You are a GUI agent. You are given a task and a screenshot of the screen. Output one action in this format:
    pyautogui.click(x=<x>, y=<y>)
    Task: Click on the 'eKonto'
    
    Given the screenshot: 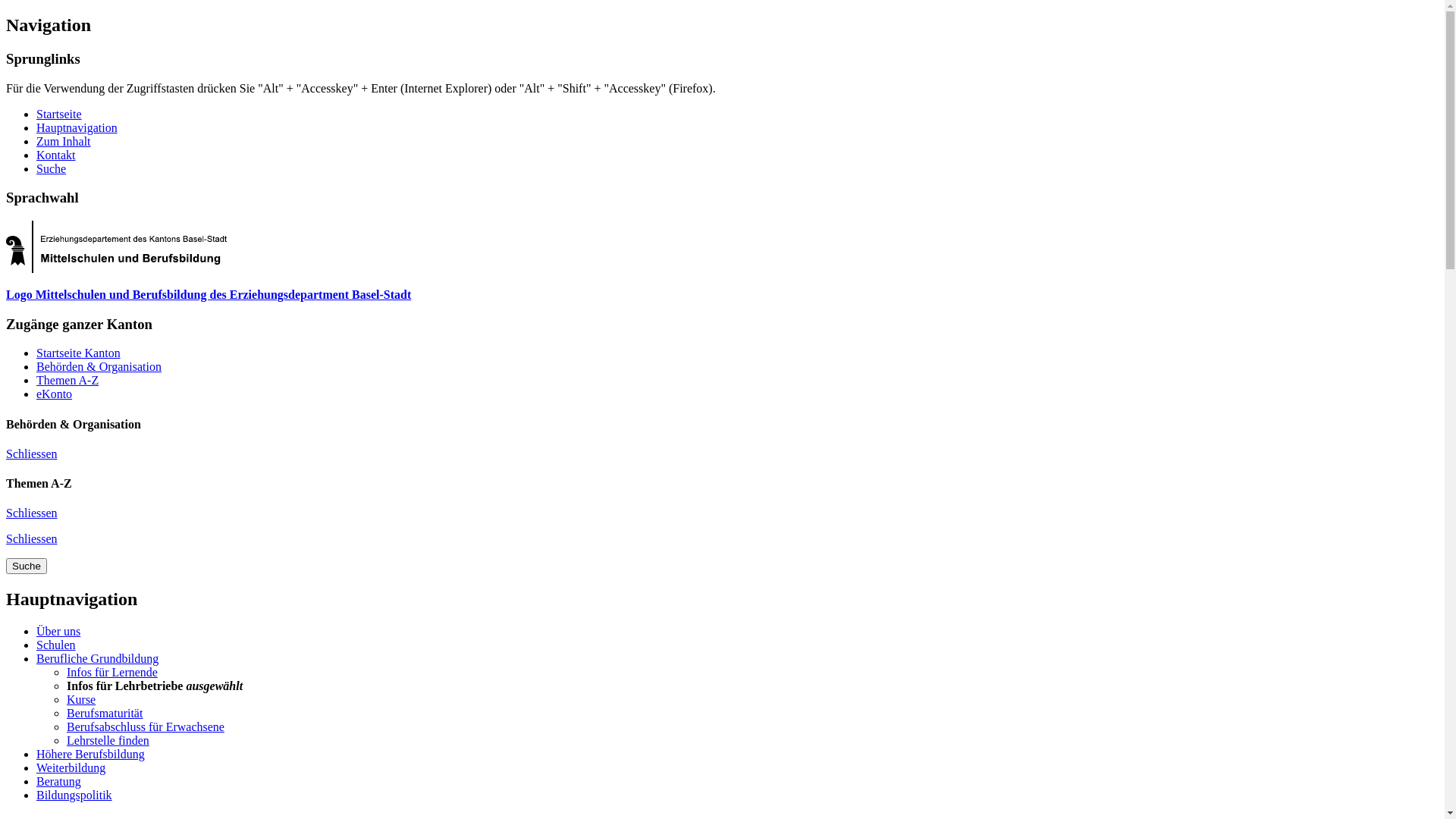 What is the action you would take?
    pyautogui.click(x=54, y=393)
    